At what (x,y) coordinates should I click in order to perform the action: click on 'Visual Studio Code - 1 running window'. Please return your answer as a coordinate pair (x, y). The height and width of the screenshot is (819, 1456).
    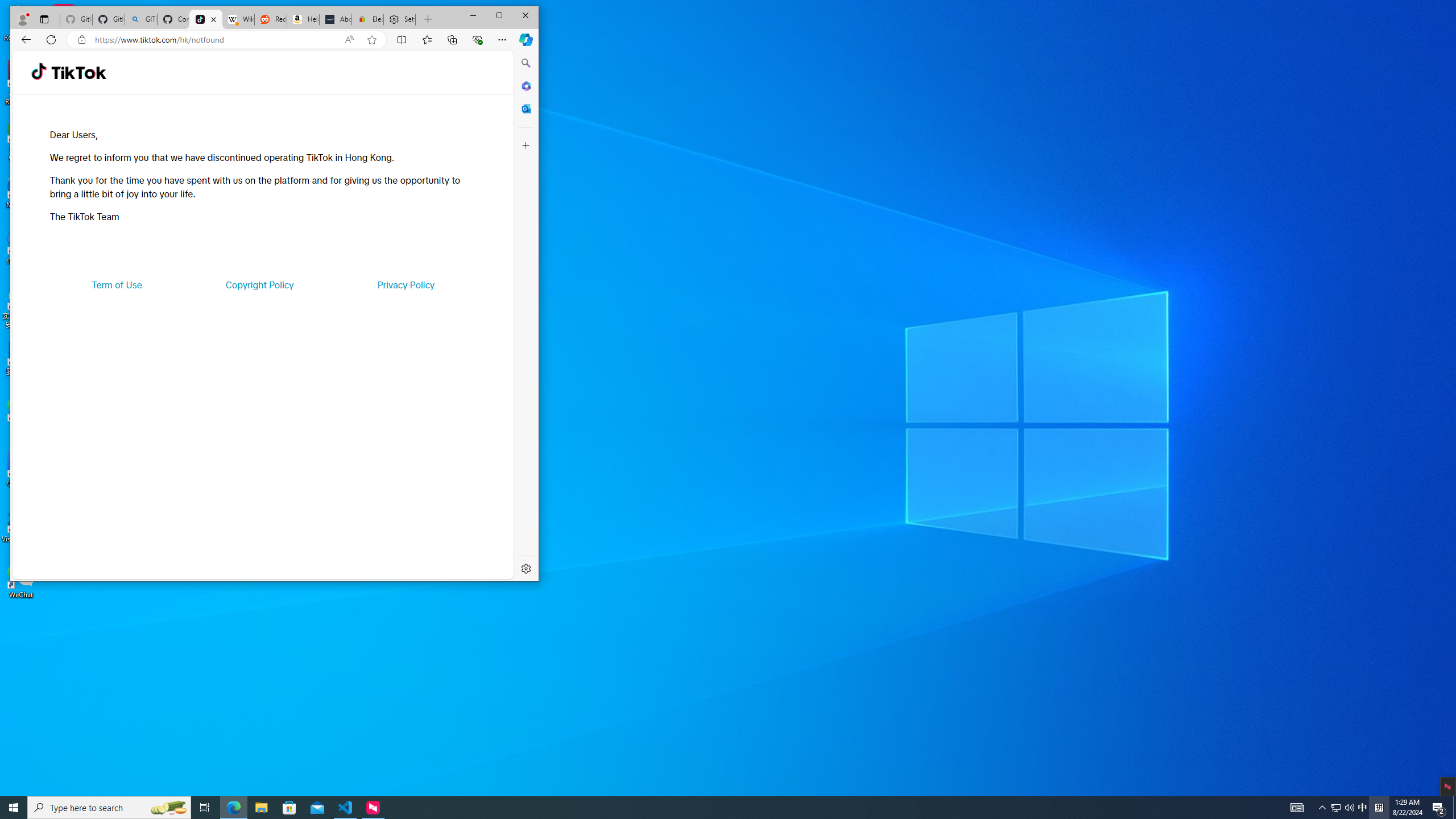
    Looking at the image, I should click on (345, 806).